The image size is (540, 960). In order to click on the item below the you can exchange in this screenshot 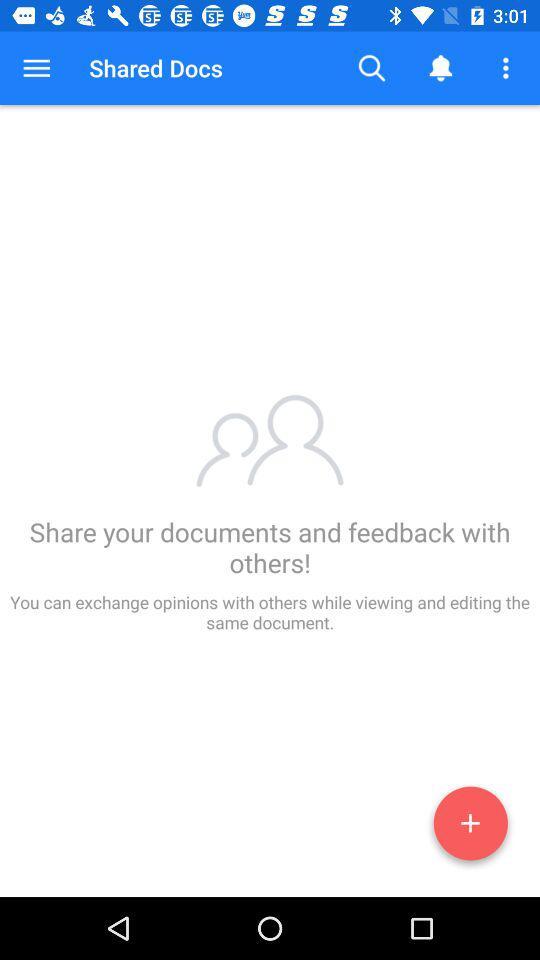, I will do `click(470, 827)`.